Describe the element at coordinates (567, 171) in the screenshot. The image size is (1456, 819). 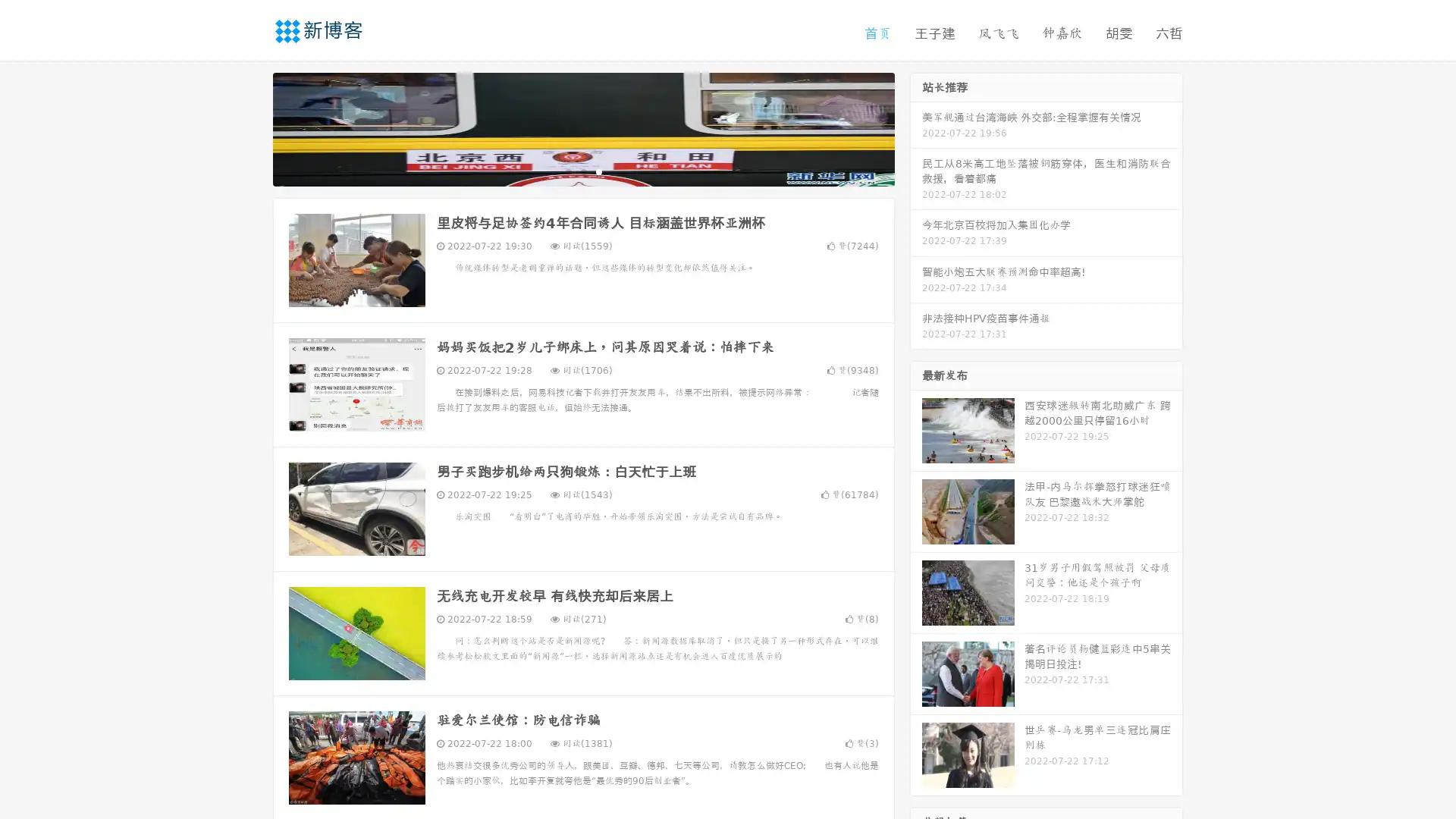
I see `Go to slide 1` at that location.